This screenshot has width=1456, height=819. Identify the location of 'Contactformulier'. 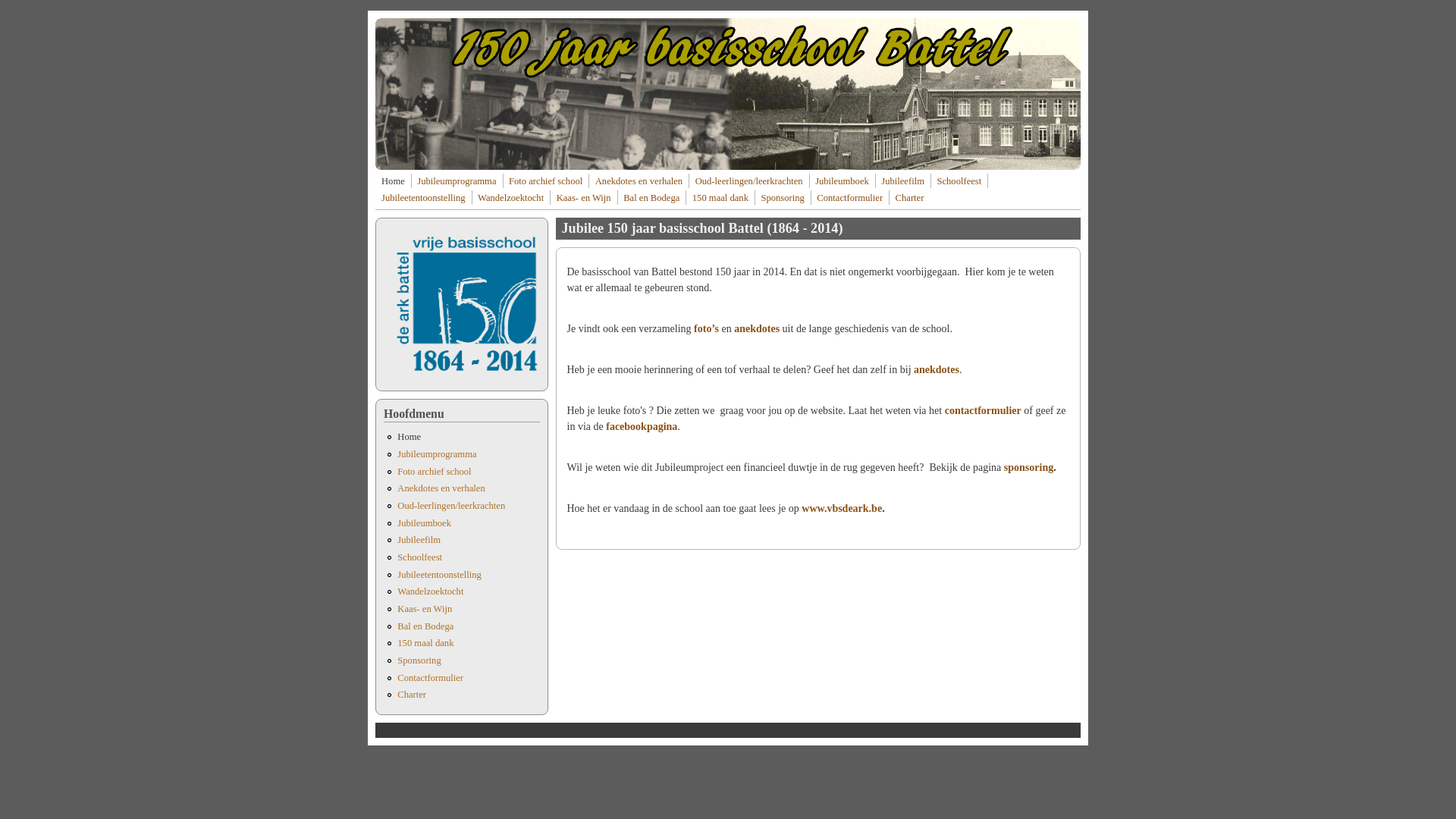
(429, 677).